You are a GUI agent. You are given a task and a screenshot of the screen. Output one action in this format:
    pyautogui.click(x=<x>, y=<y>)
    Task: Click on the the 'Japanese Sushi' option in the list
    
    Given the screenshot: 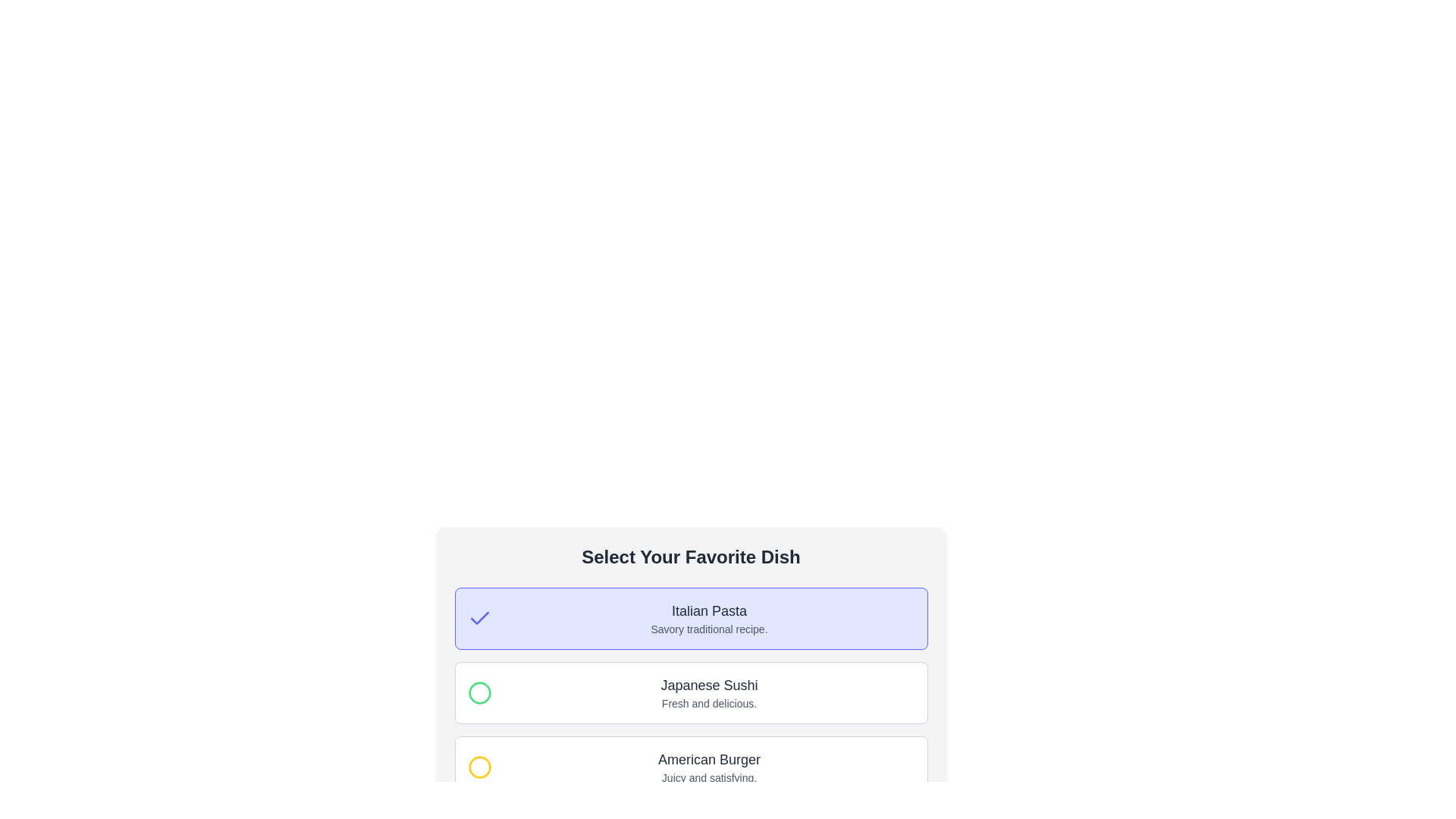 What is the action you would take?
    pyautogui.click(x=690, y=693)
    